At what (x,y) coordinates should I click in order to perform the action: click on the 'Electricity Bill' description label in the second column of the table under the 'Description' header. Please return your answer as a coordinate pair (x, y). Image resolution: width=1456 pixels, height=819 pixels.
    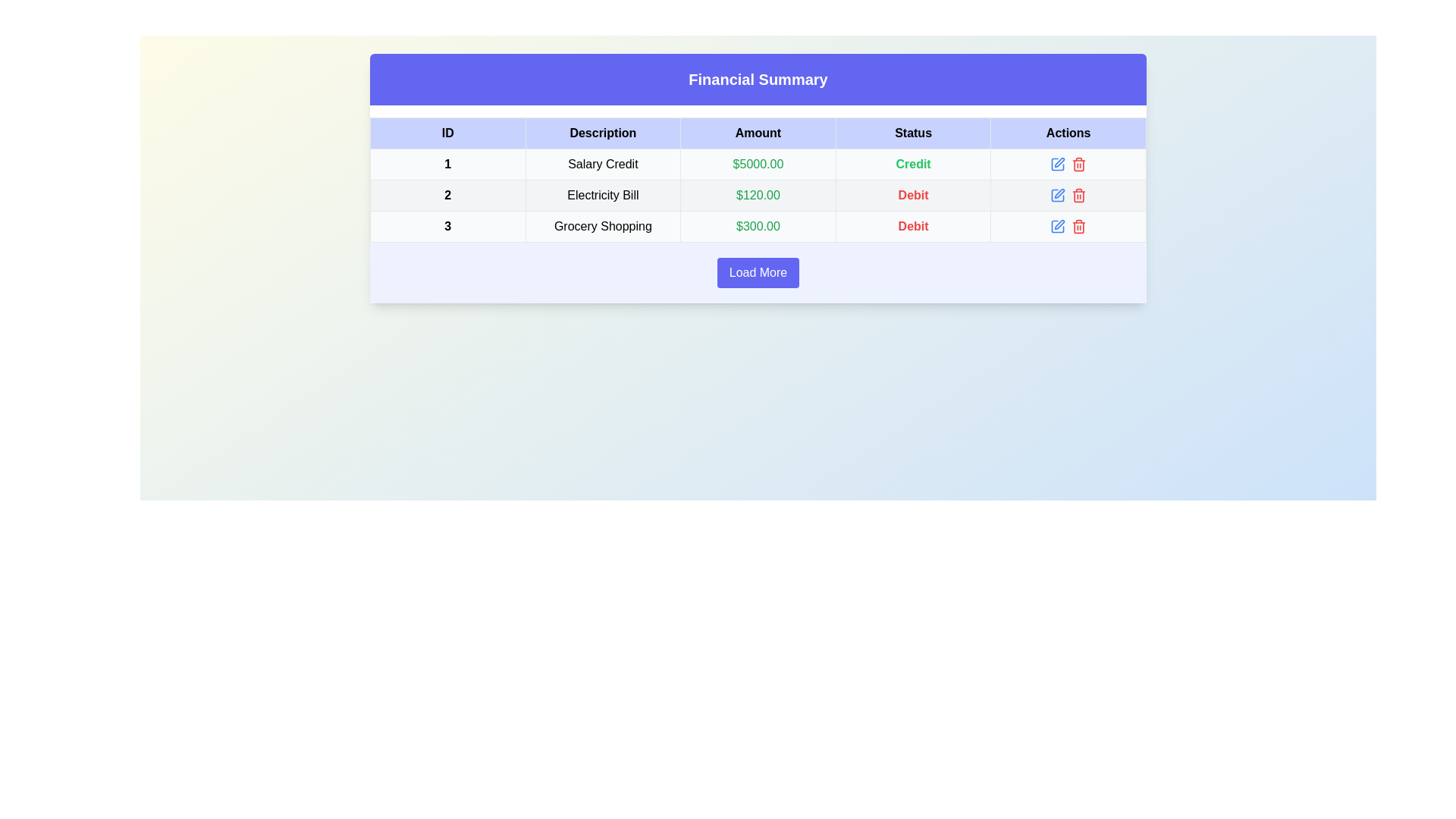
    Looking at the image, I should click on (602, 195).